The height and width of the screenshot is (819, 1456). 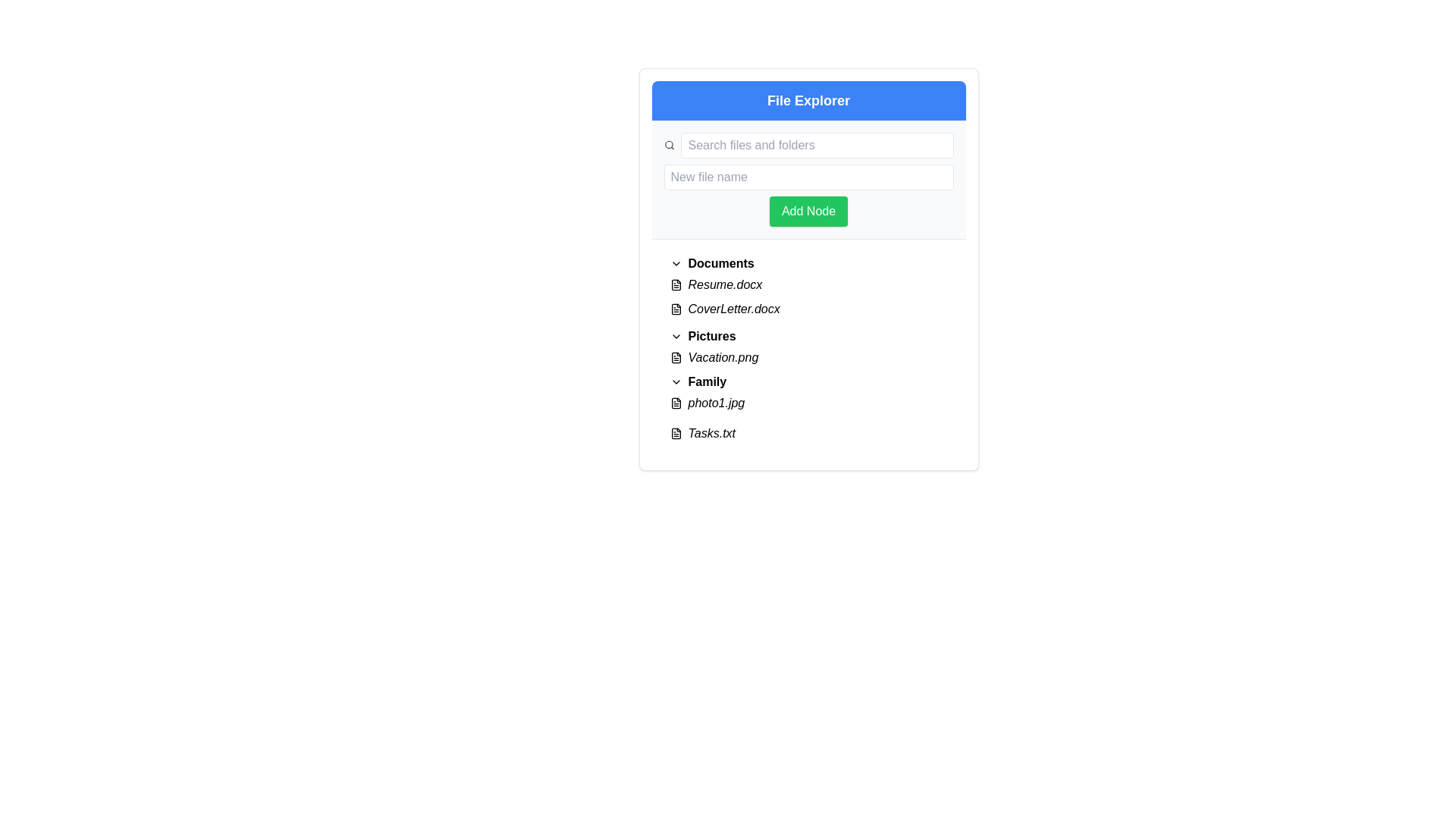 What do you see at coordinates (808, 357) in the screenshot?
I see `the file entry labeled 'Vacation.png' located under the 'Pictures' directory in the file explorer` at bounding box center [808, 357].